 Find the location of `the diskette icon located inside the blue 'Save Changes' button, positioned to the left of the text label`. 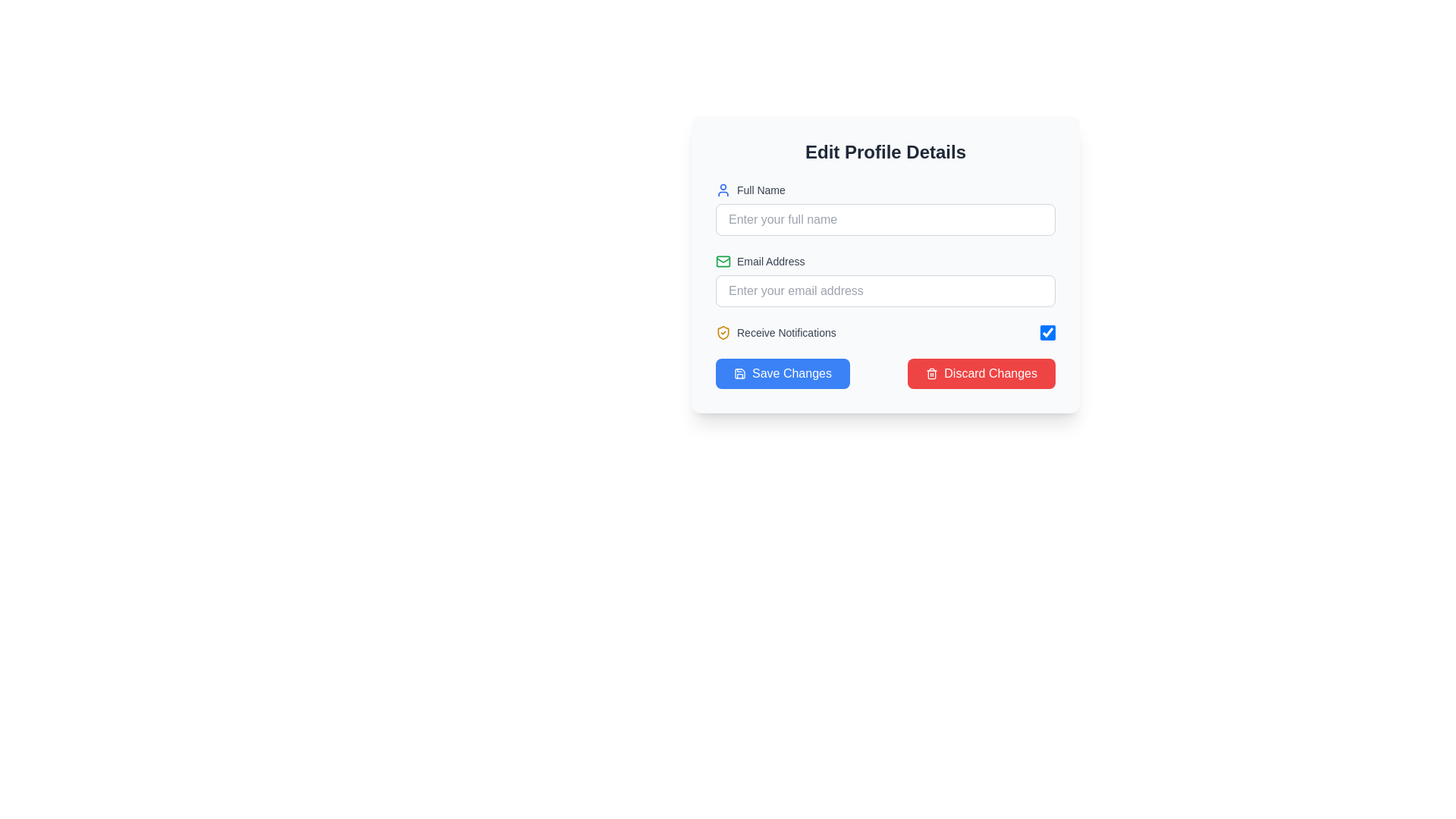

the diskette icon located inside the blue 'Save Changes' button, positioned to the left of the text label is located at coordinates (739, 374).